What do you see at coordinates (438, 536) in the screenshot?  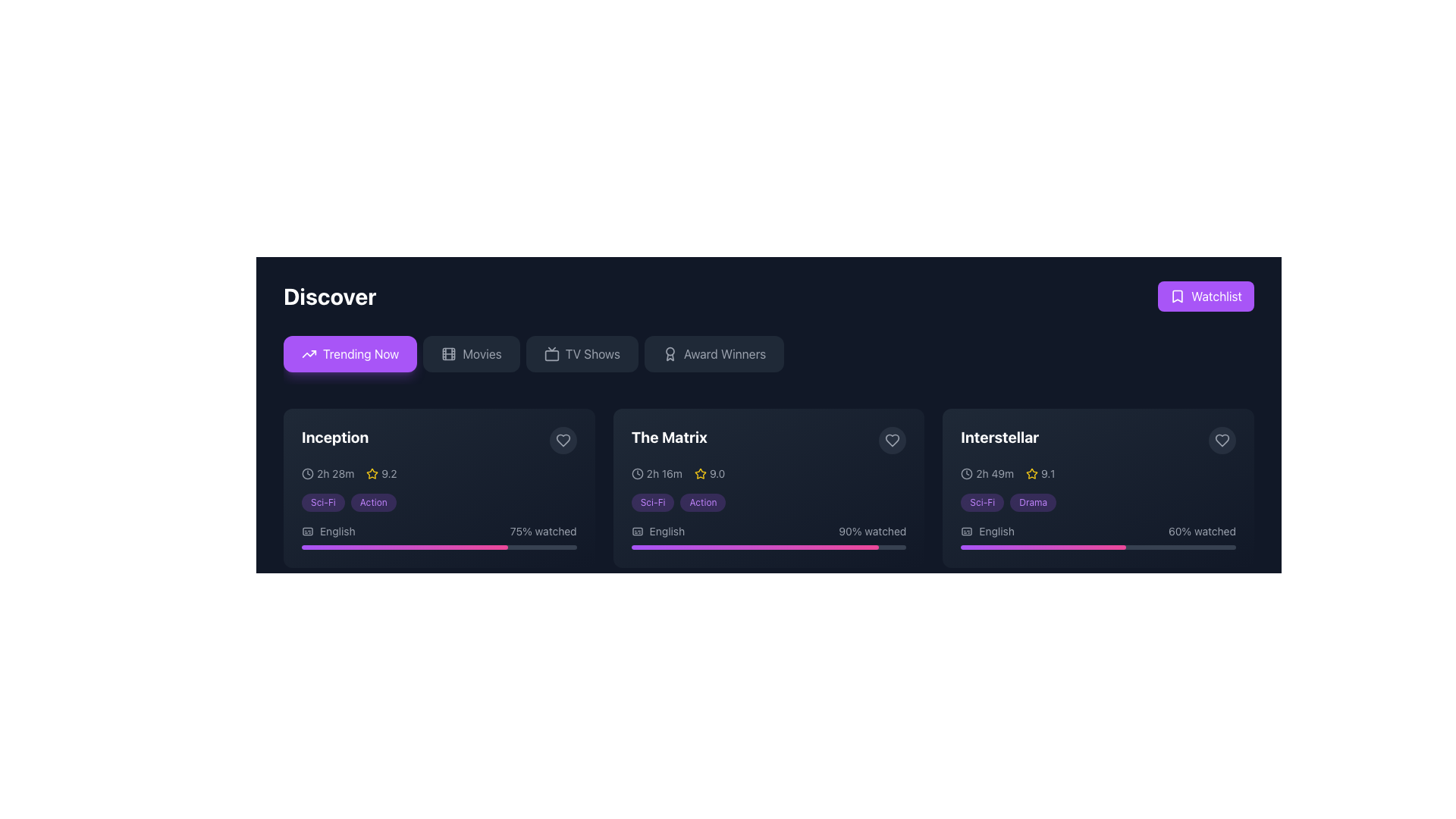 I see `the progress display for the movie 'Inception' which shows '75% watched' and the language 'English'` at bounding box center [438, 536].